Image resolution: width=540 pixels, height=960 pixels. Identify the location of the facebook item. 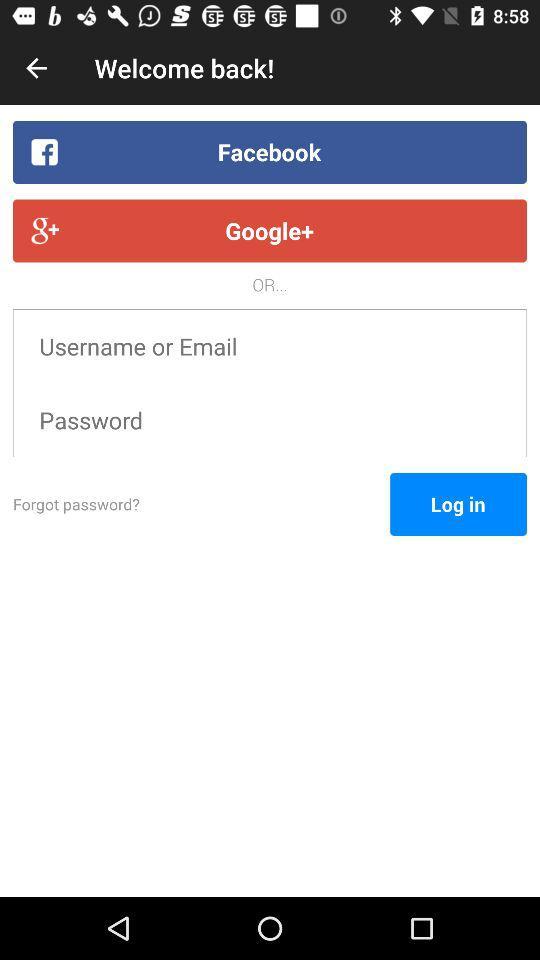
(270, 151).